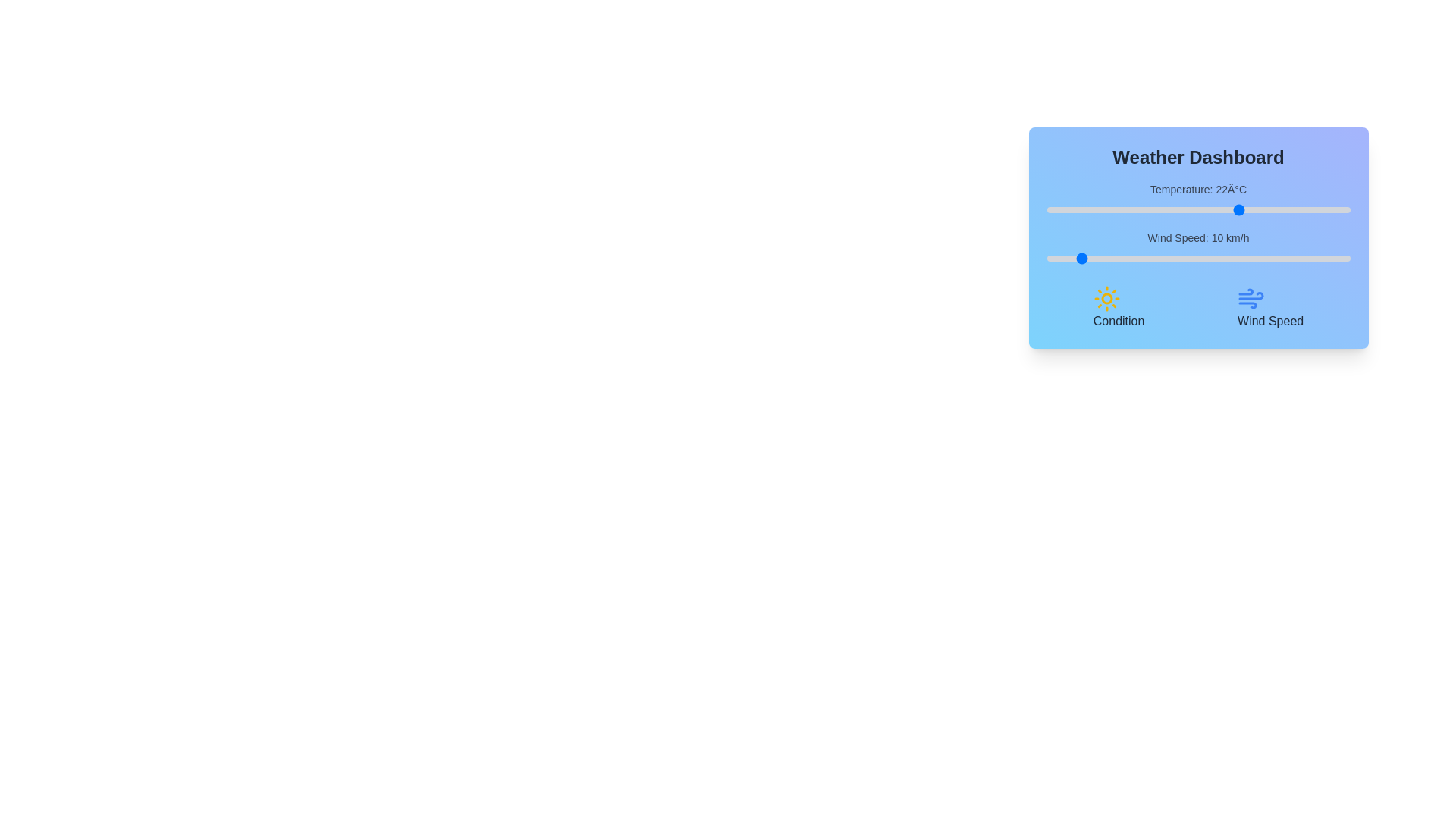  What do you see at coordinates (1173, 210) in the screenshot?
I see `the temperature slider to set the temperature to 11°C` at bounding box center [1173, 210].